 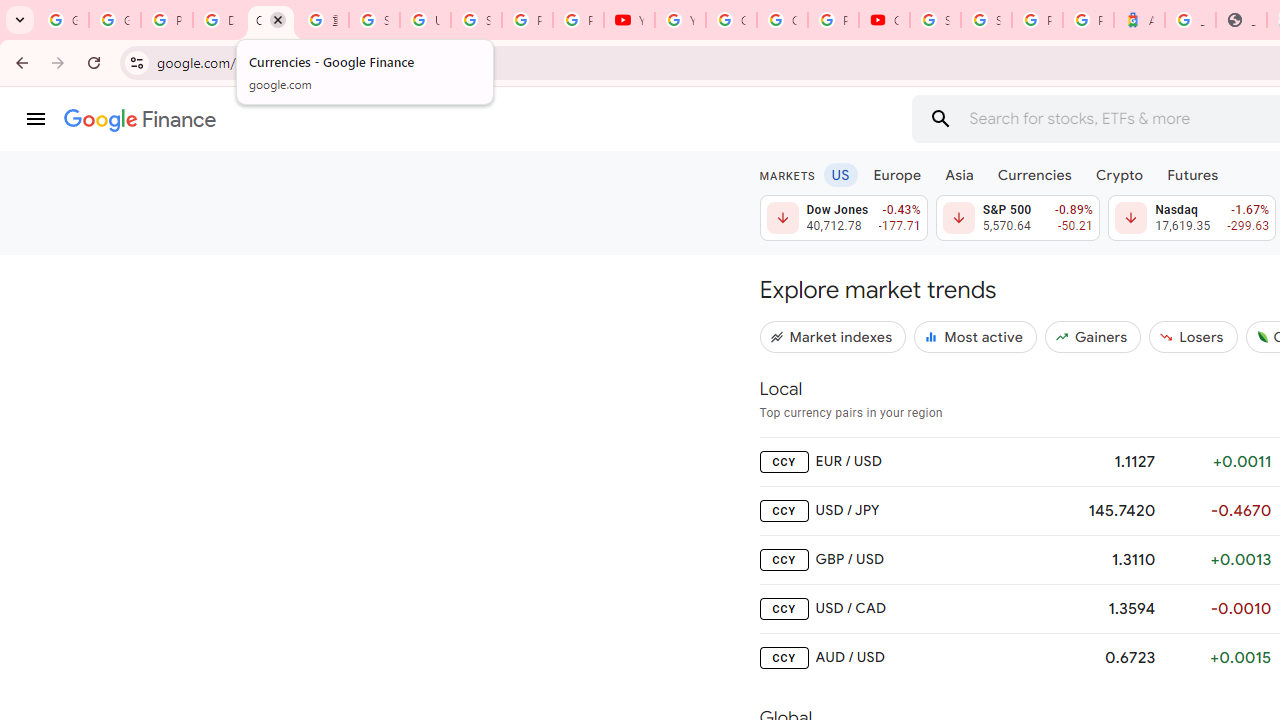 I want to click on 'Currencies - Google Finance', so click(x=269, y=20).